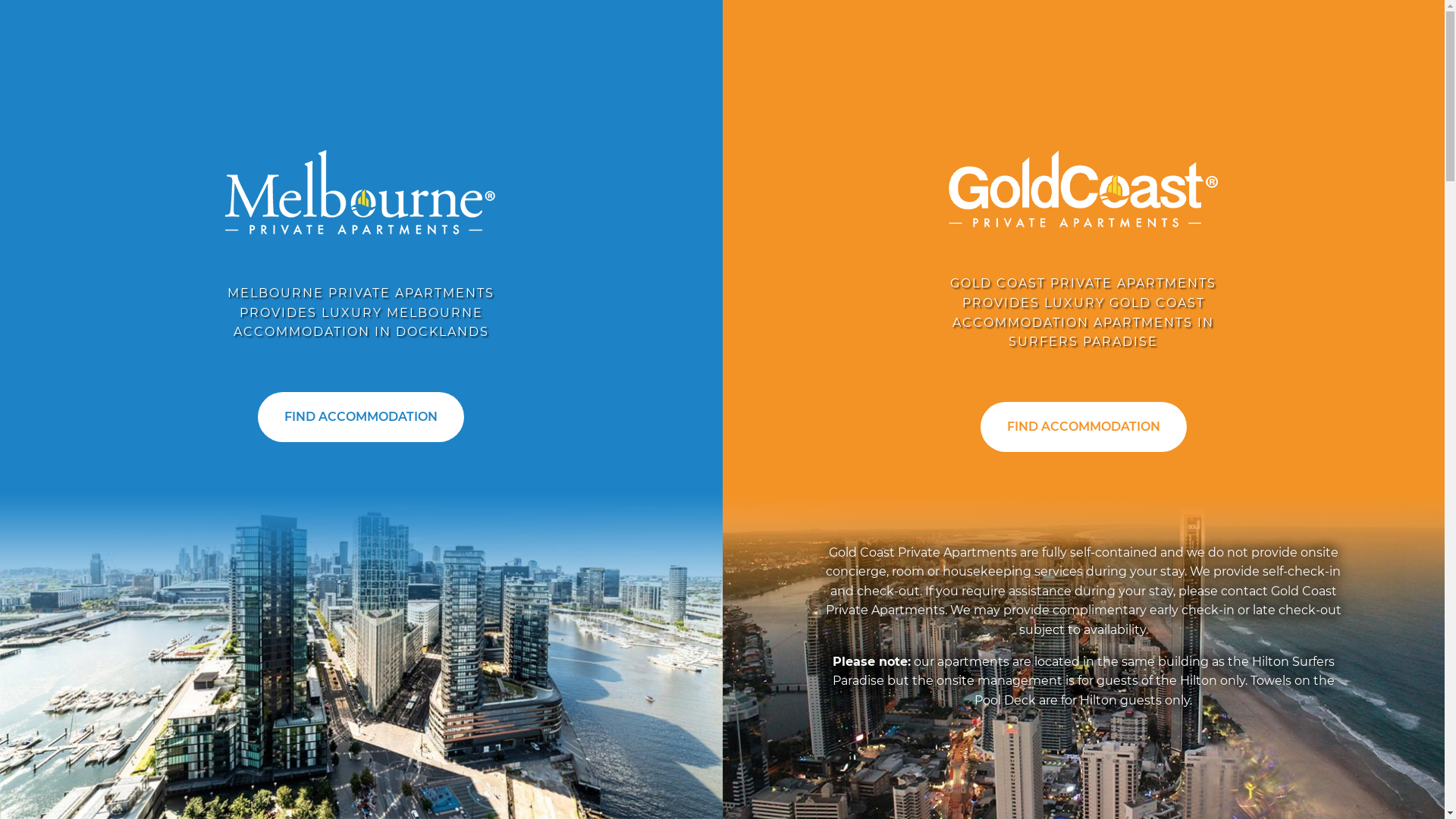 This screenshot has height=819, width=1456. I want to click on 'FIND ACCOMMODATION', so click(1083, 427).